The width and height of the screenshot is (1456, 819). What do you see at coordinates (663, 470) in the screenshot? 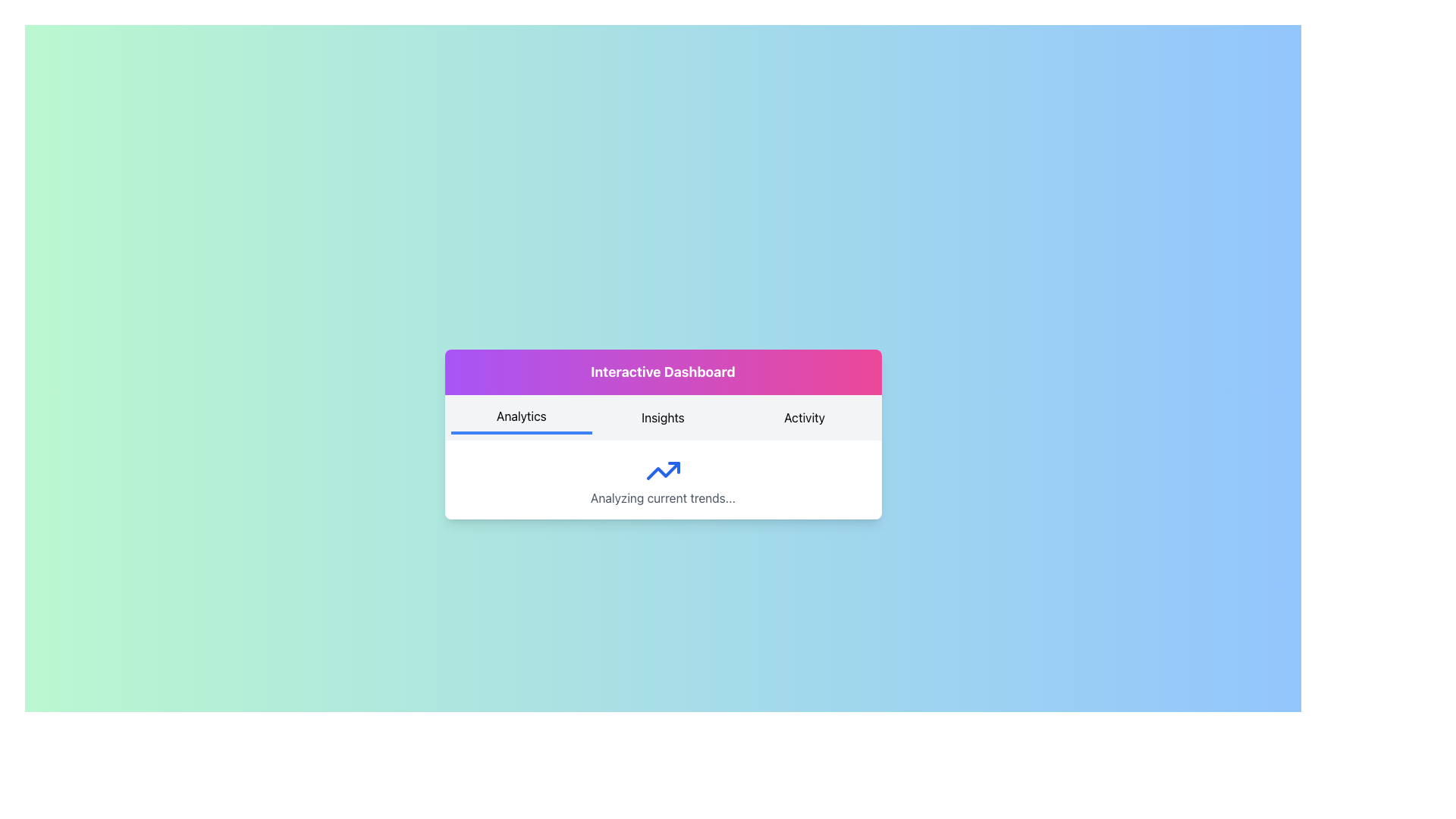
I see `the blue rising trend icon located centrally below the 'Analytics' section header and above the text 'Analyzing current trends...'` at bounding box center [663, 470].